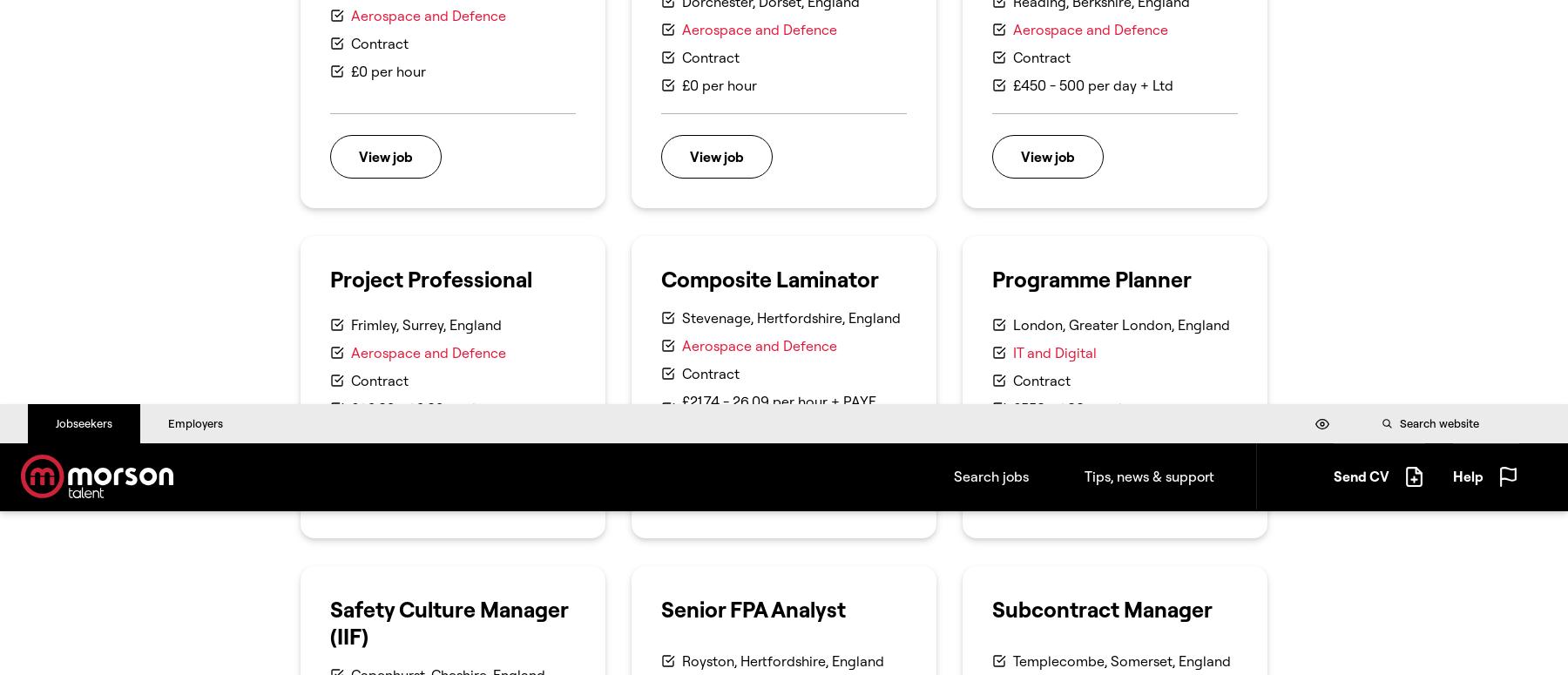 This screenshot has width=1568, height=675. What do you see at coordinates (1179, 199) in the screenshot?
I see `'Group Company Number: 5111937'` at bounding box center [1179, 199].